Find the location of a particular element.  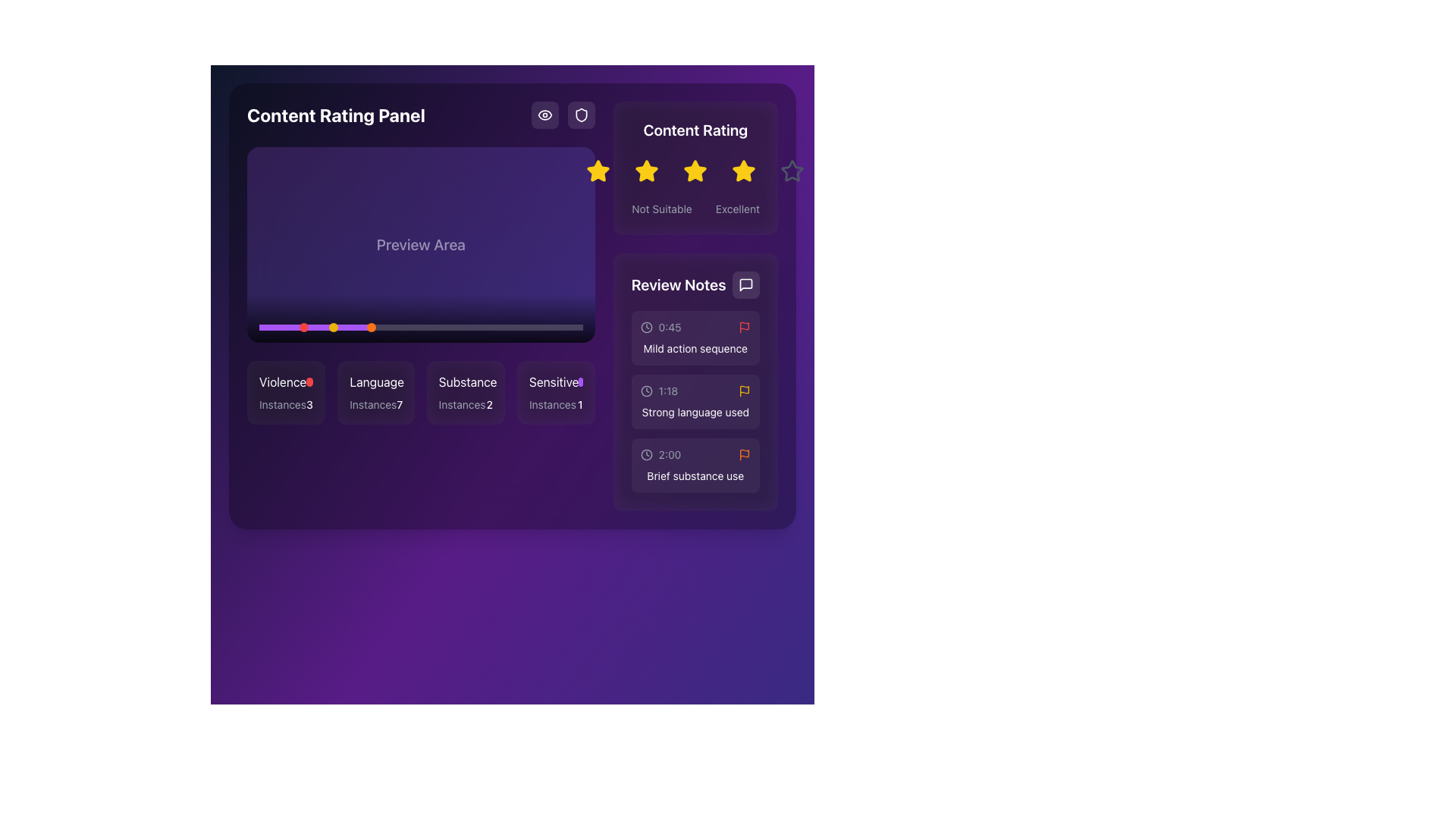

the decorative graphical element within the SVG icon located in the top-right corner of the interface, adjacent to the 'Content Rating Panel' title is located at coordinates (544, 114).